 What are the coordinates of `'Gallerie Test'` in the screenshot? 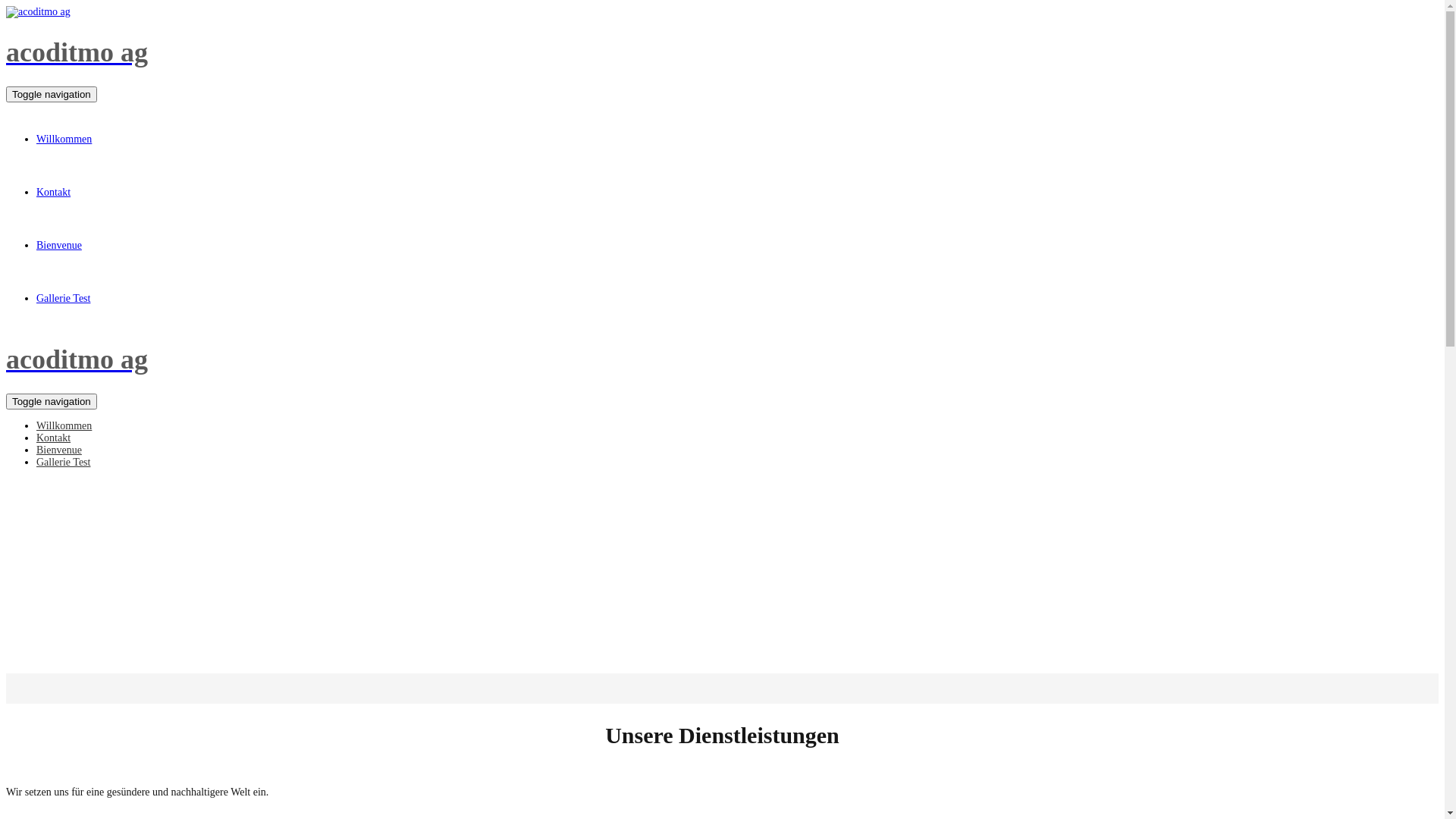 It's located at (62, 462).